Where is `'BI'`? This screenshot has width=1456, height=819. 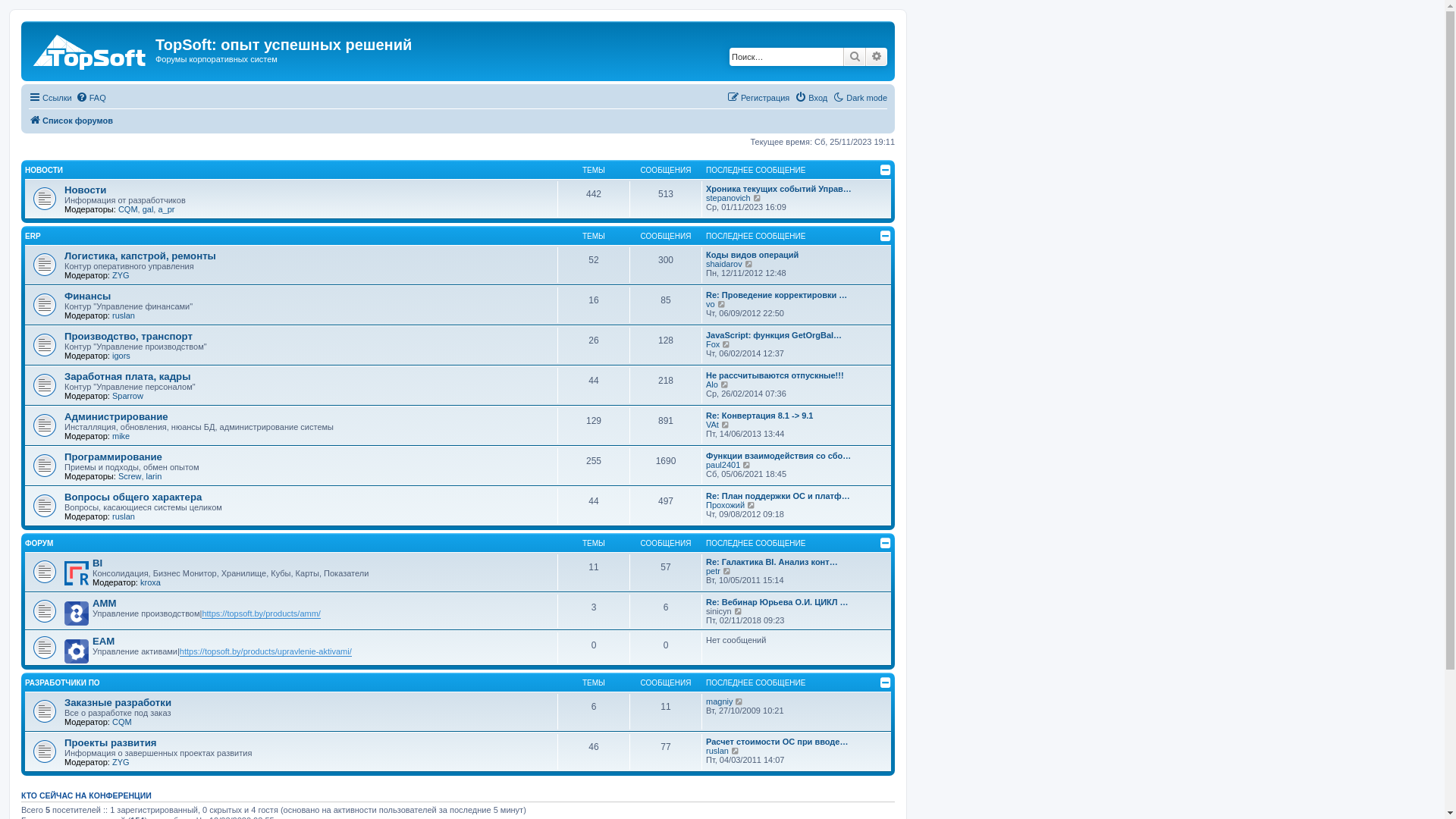 'BI' is located at coordinates (96, 563).